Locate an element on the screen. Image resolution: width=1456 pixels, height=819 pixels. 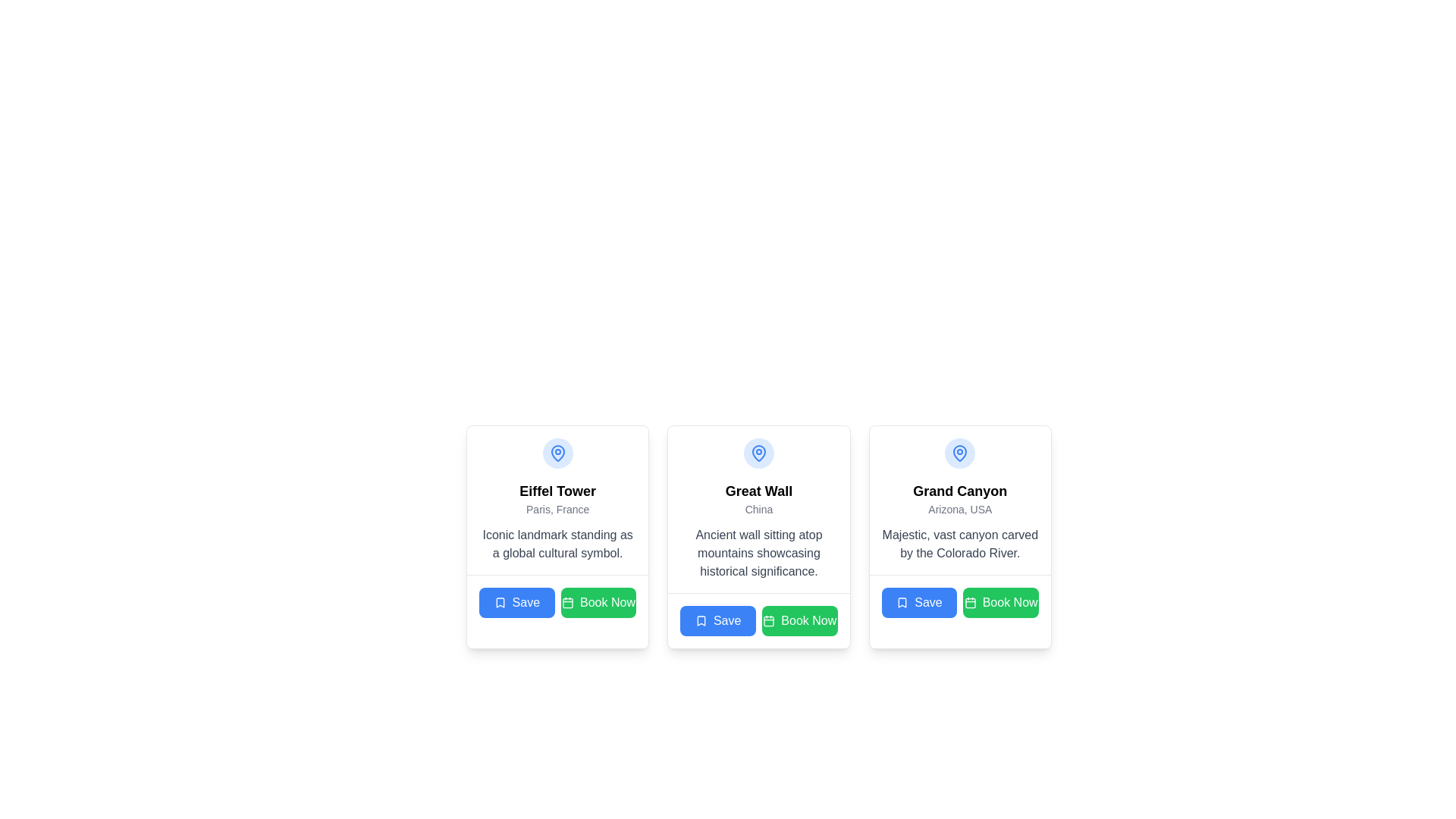
the text label component providing descriptive information about the Eiffel Tower, located beneath the subtitle 'Paris, France' in the card layout is located at coordinates (557, 543).